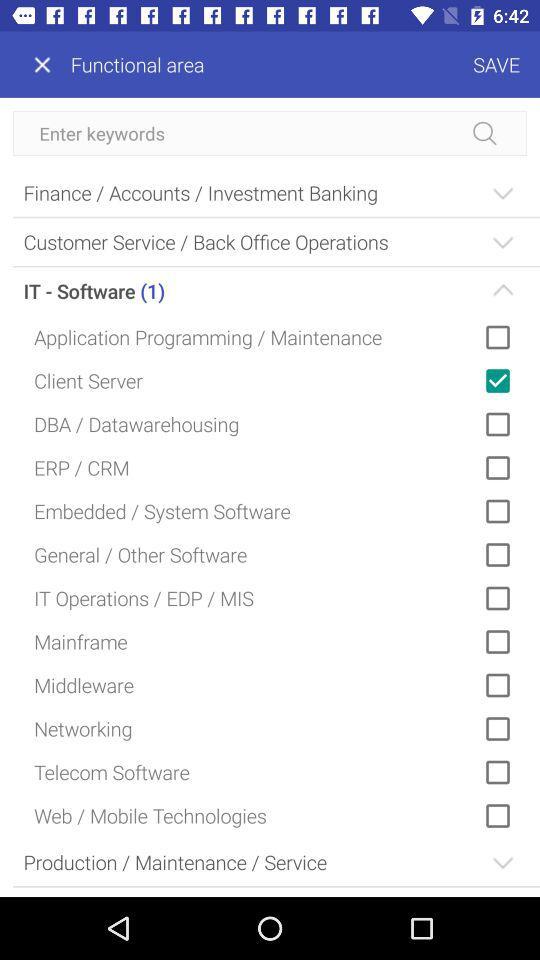  I want to click on search bar, so click(270, 132).